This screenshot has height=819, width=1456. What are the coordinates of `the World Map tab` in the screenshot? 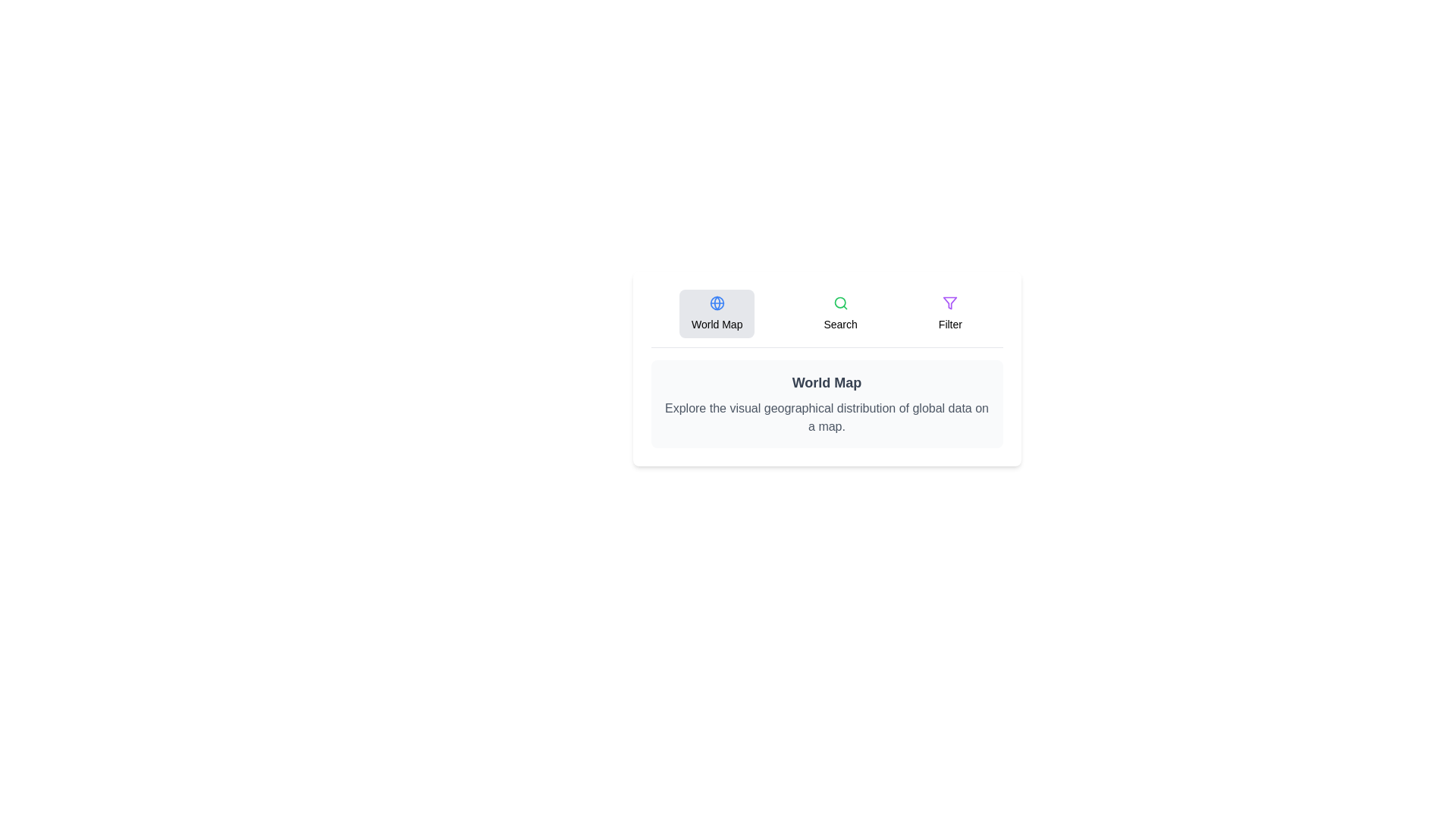 It's located at (716, 312).